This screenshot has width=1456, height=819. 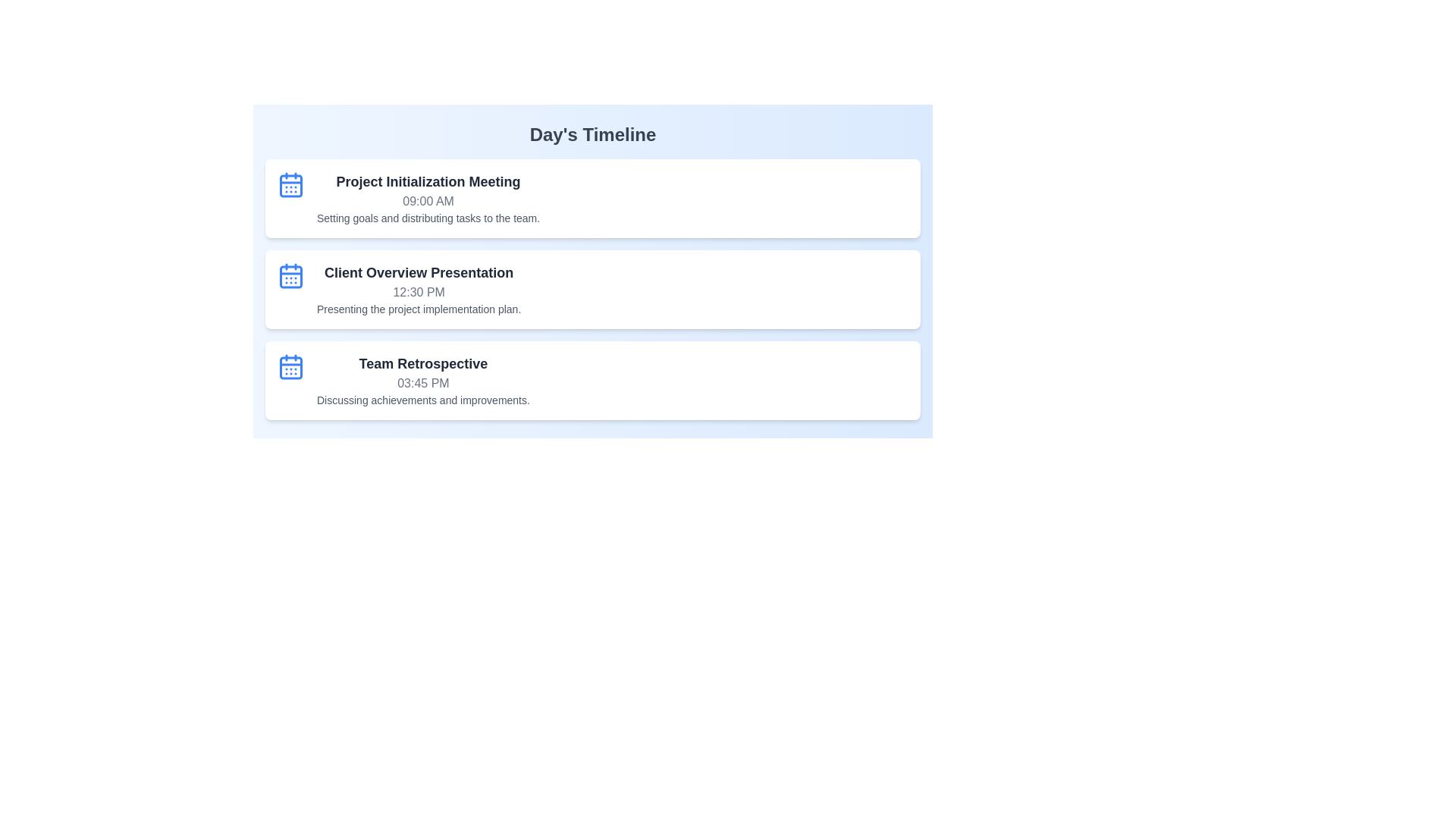 What do you see at coordinates (423, 363) in the screenshot?
I see `the text label reading 'Team Retrospective' which is styled in bold and larger size, located within a rectangular box in the 'Day's Timeline' section` at bounding box center [423, 363].